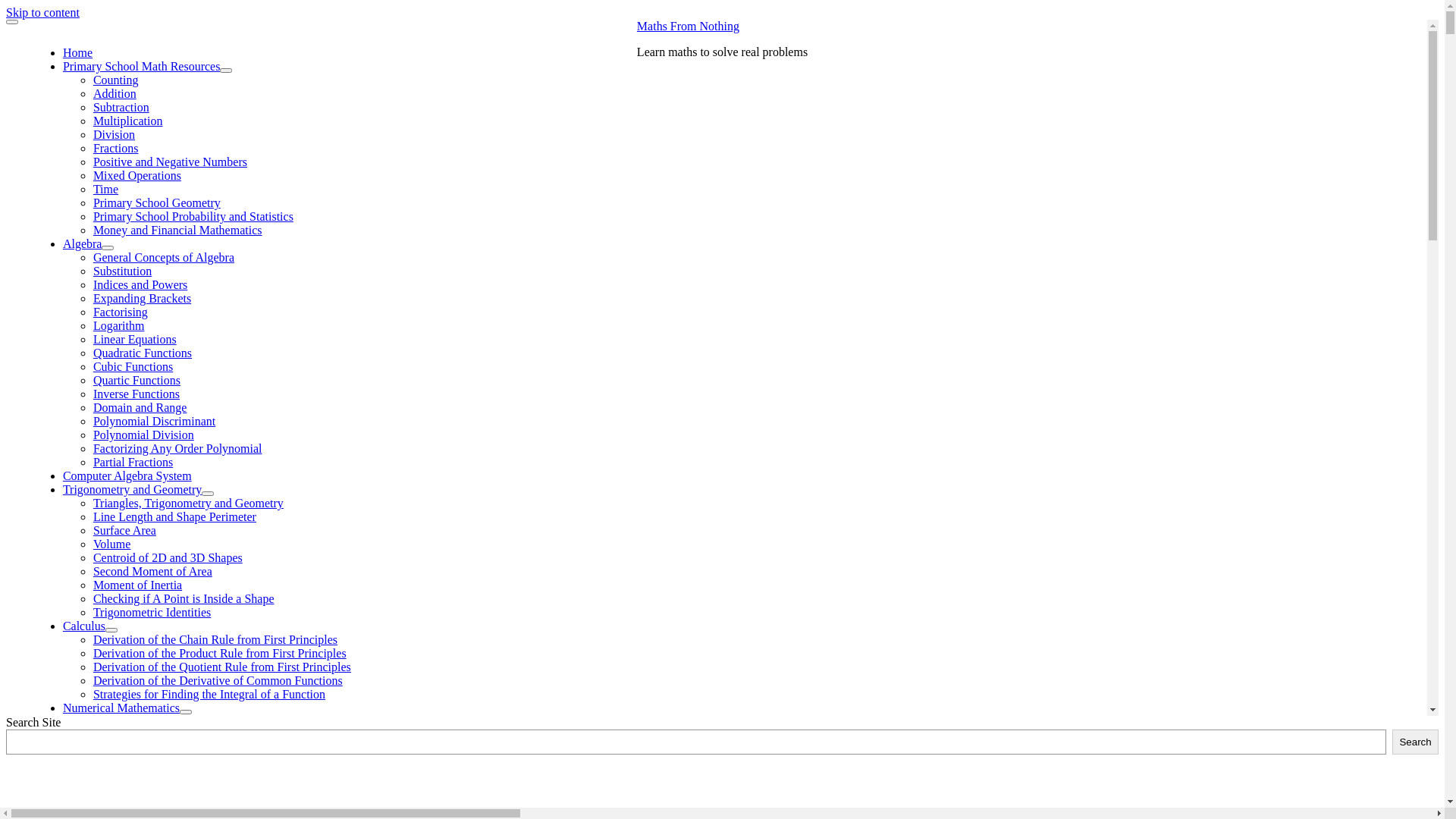  Describe the element at coordinates (187, 503) in the screenshot. I see `'Triangles, Trigonometry and Geometry'` at that location.